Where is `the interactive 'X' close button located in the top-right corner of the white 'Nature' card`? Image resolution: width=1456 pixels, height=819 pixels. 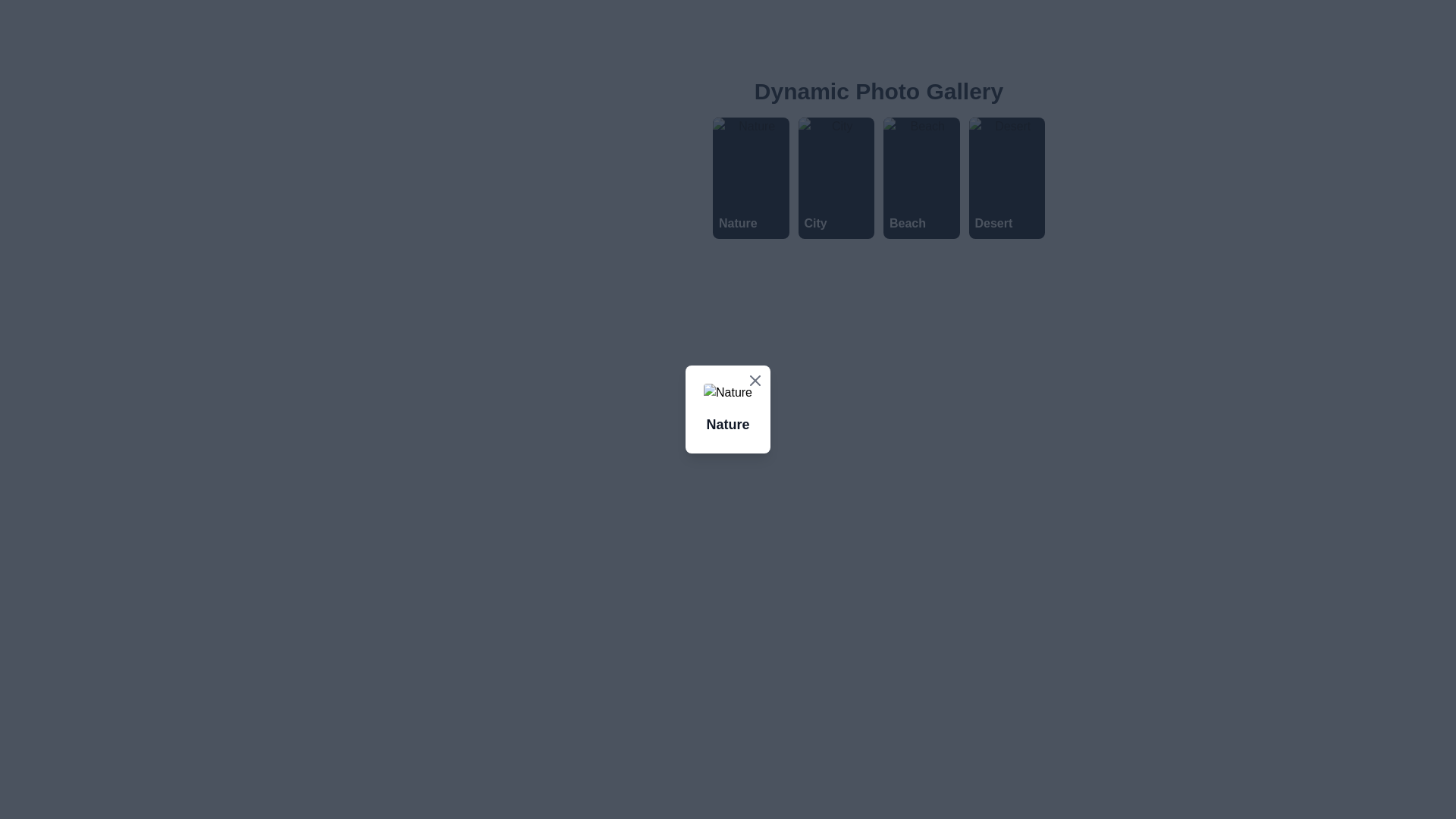
the interactive 'X' close button located in the top-right corner of the white 'Nature' card is located at coordinates (755, 379).